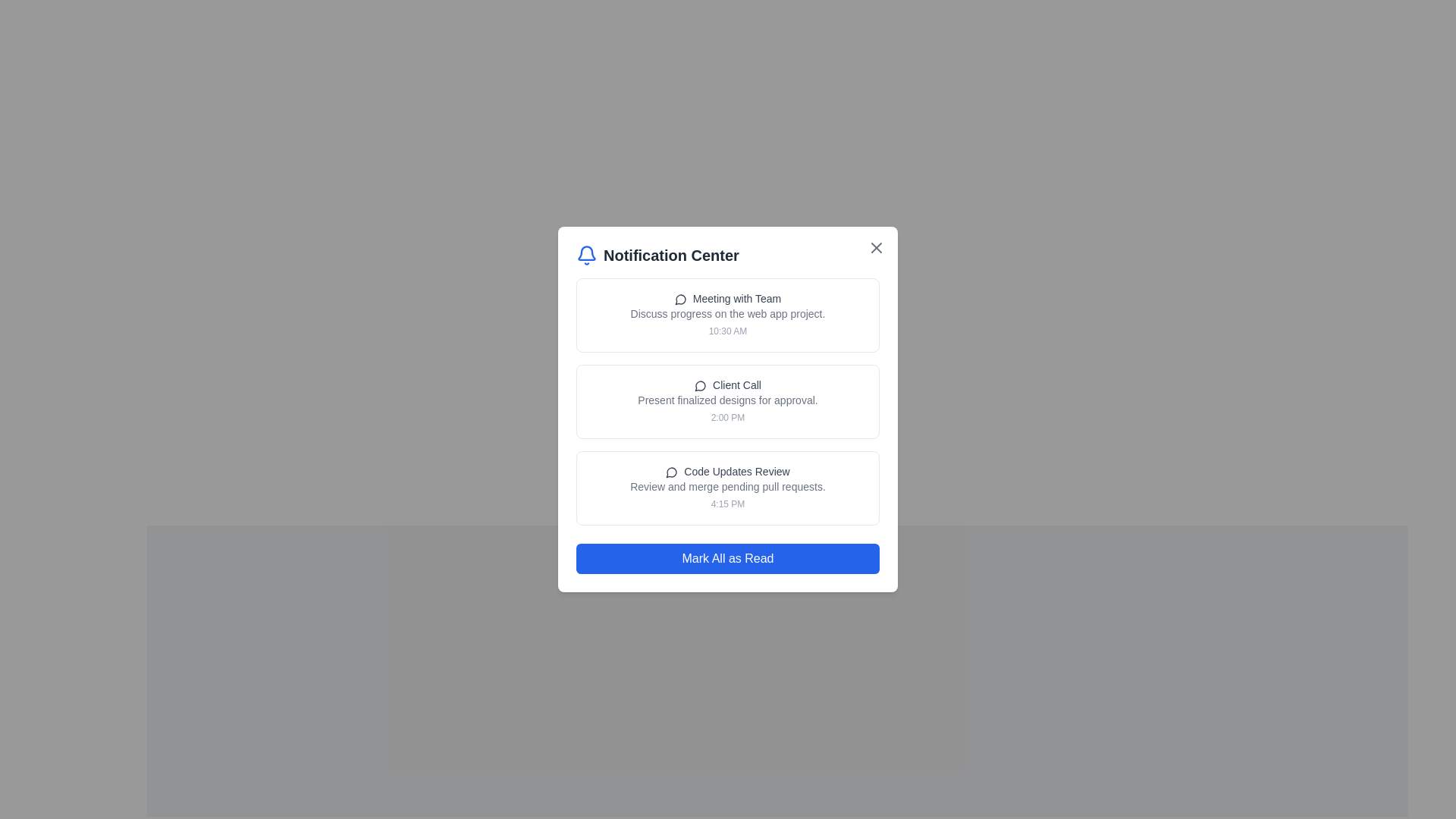 This screenshot has height=819, width=1456. What do you see at coordinates (728, 315) in the screenshot?
I see `contents of the first Notification card in the Notification Center, which displays details about a scheduled meeting` at bounding box center [728, 315].